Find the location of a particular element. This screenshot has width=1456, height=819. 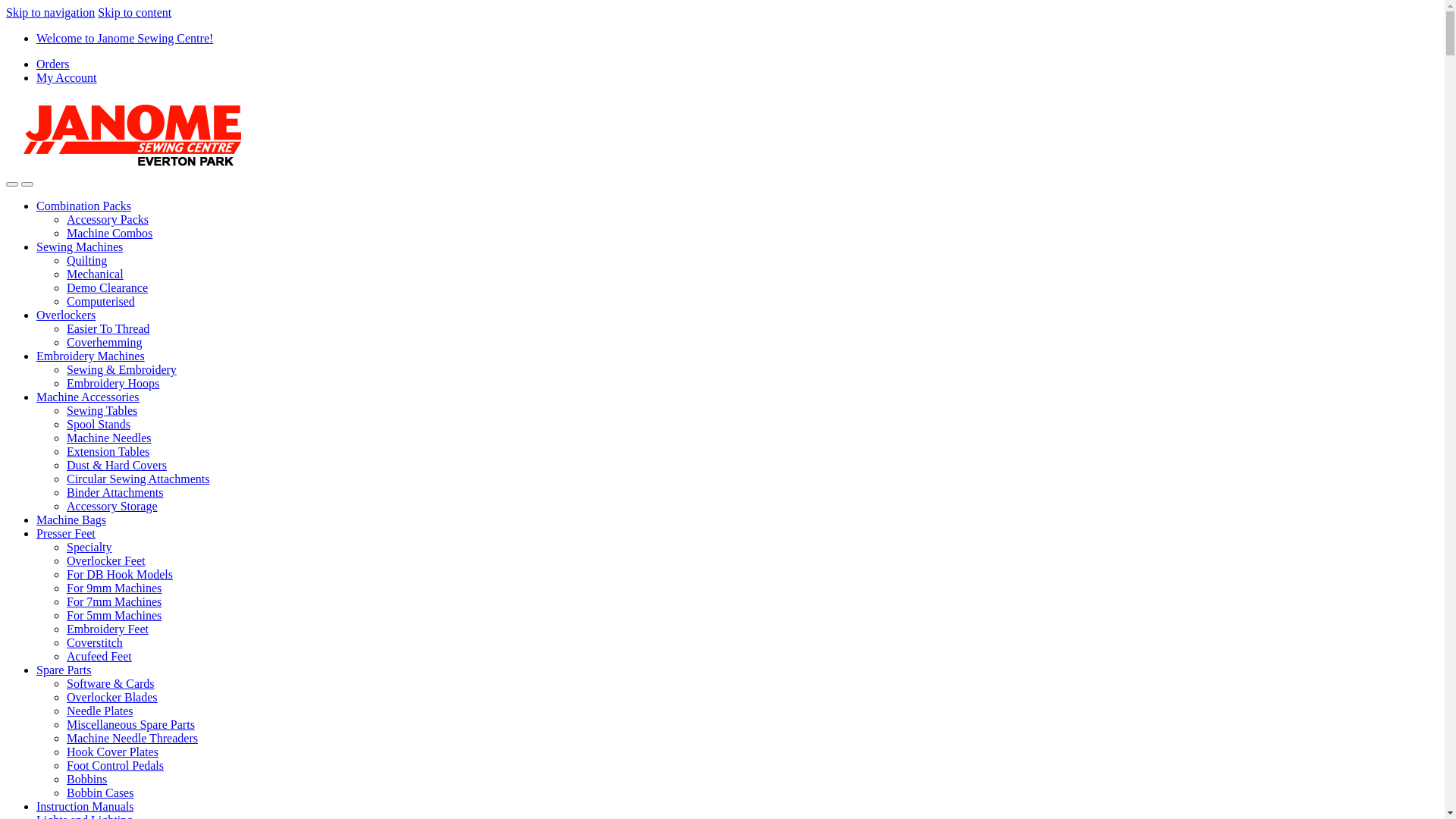

'Sewing Machines' is located at coordinates (79, 246).